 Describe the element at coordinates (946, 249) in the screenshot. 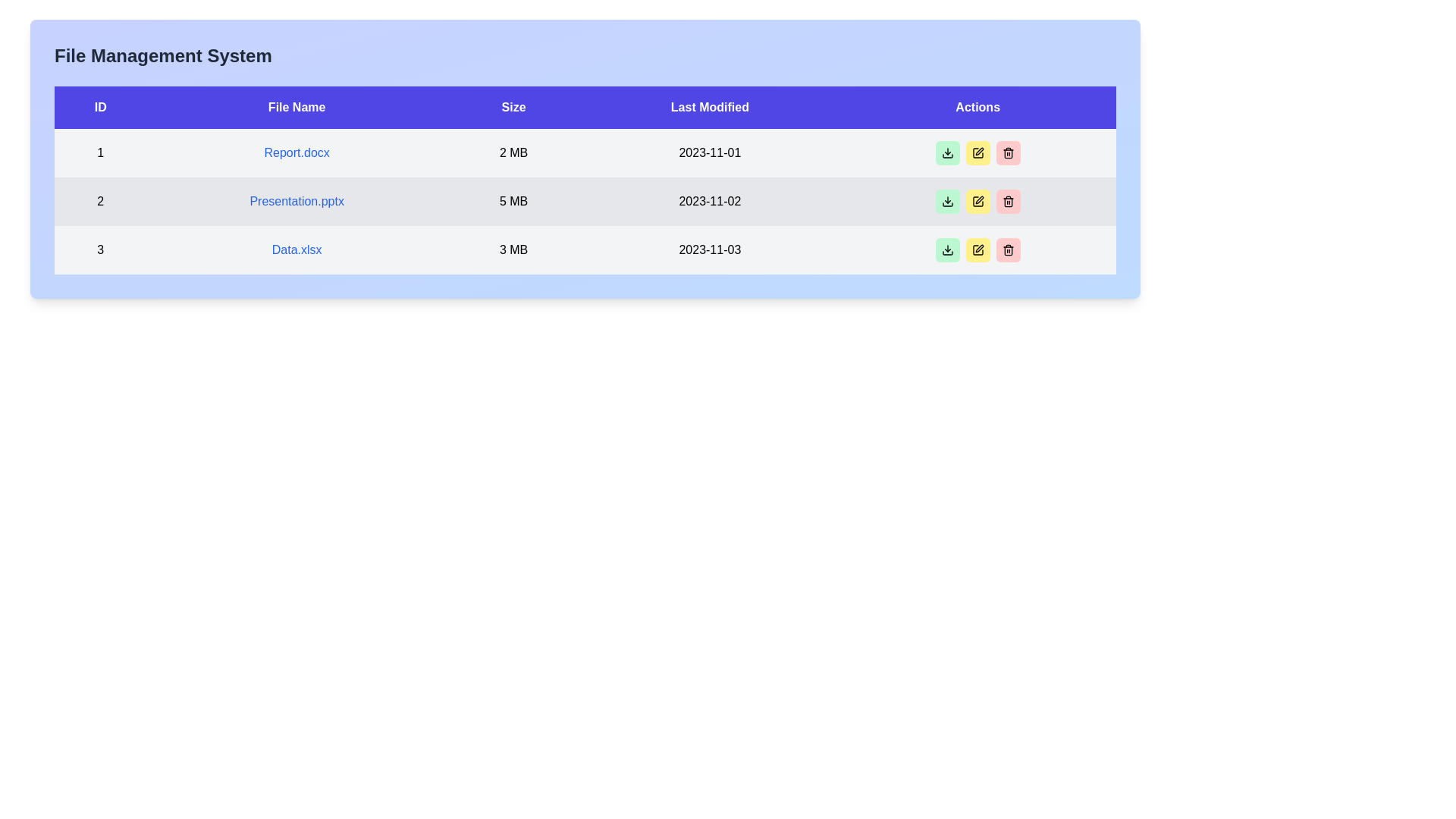

I see `the green rounded rectangle button with a download icon located in the third row of the Actions column` at that location.